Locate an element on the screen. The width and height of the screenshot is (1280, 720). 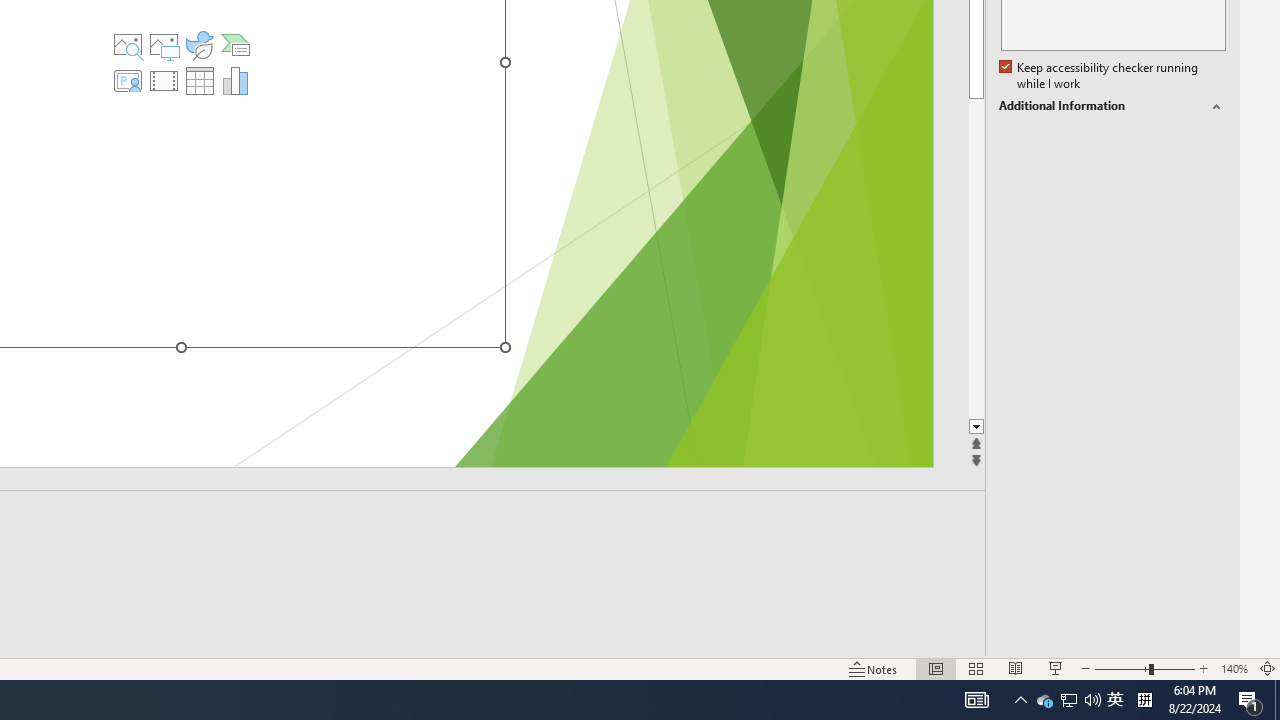
'Insert an Icon' is located at coordinates (200, 45).